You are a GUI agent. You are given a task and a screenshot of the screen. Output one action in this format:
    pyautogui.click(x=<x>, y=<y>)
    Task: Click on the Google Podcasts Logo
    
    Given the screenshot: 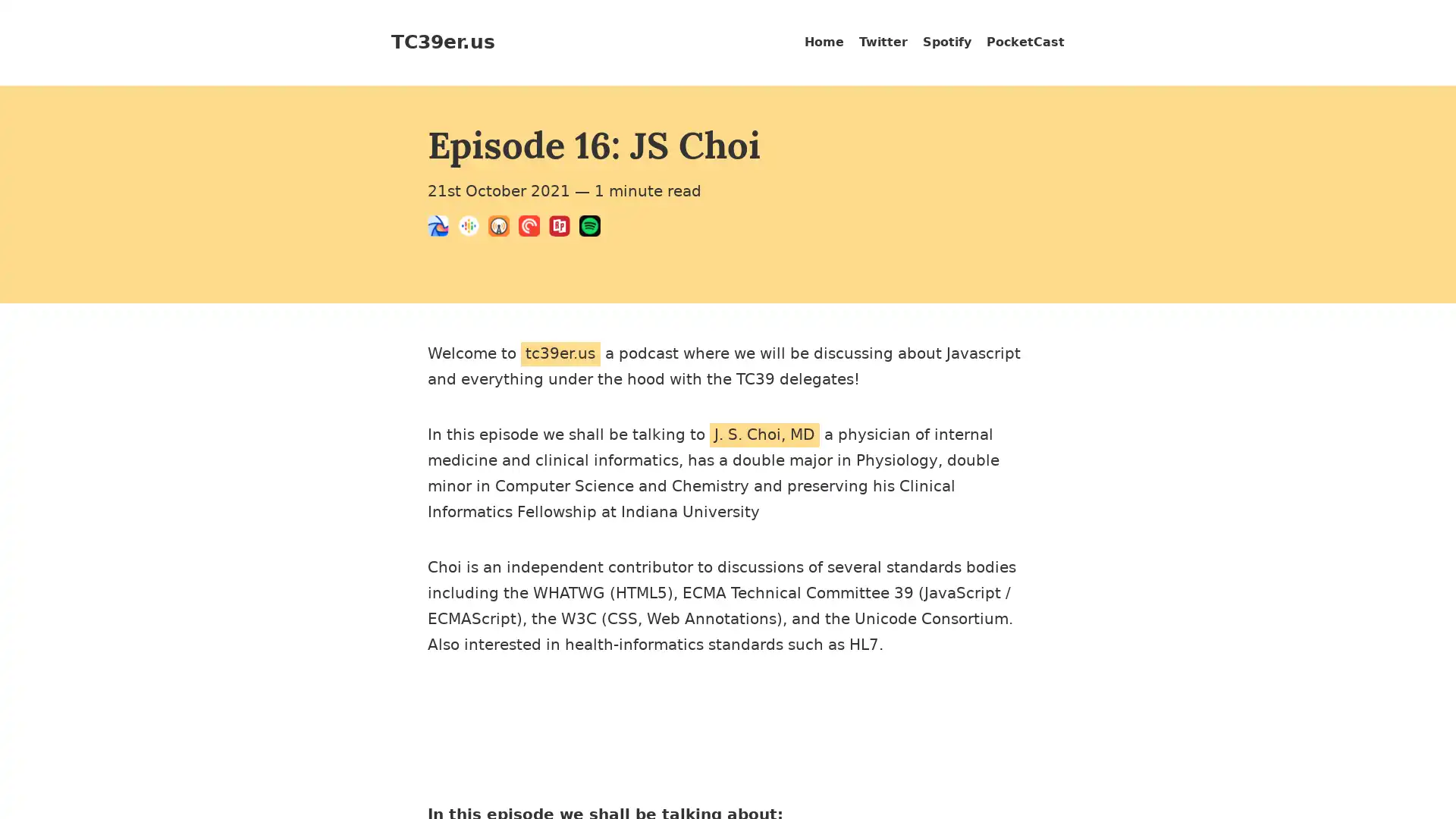 What is the action you would take?
    pyautogui.click(x=472, y=228)
    